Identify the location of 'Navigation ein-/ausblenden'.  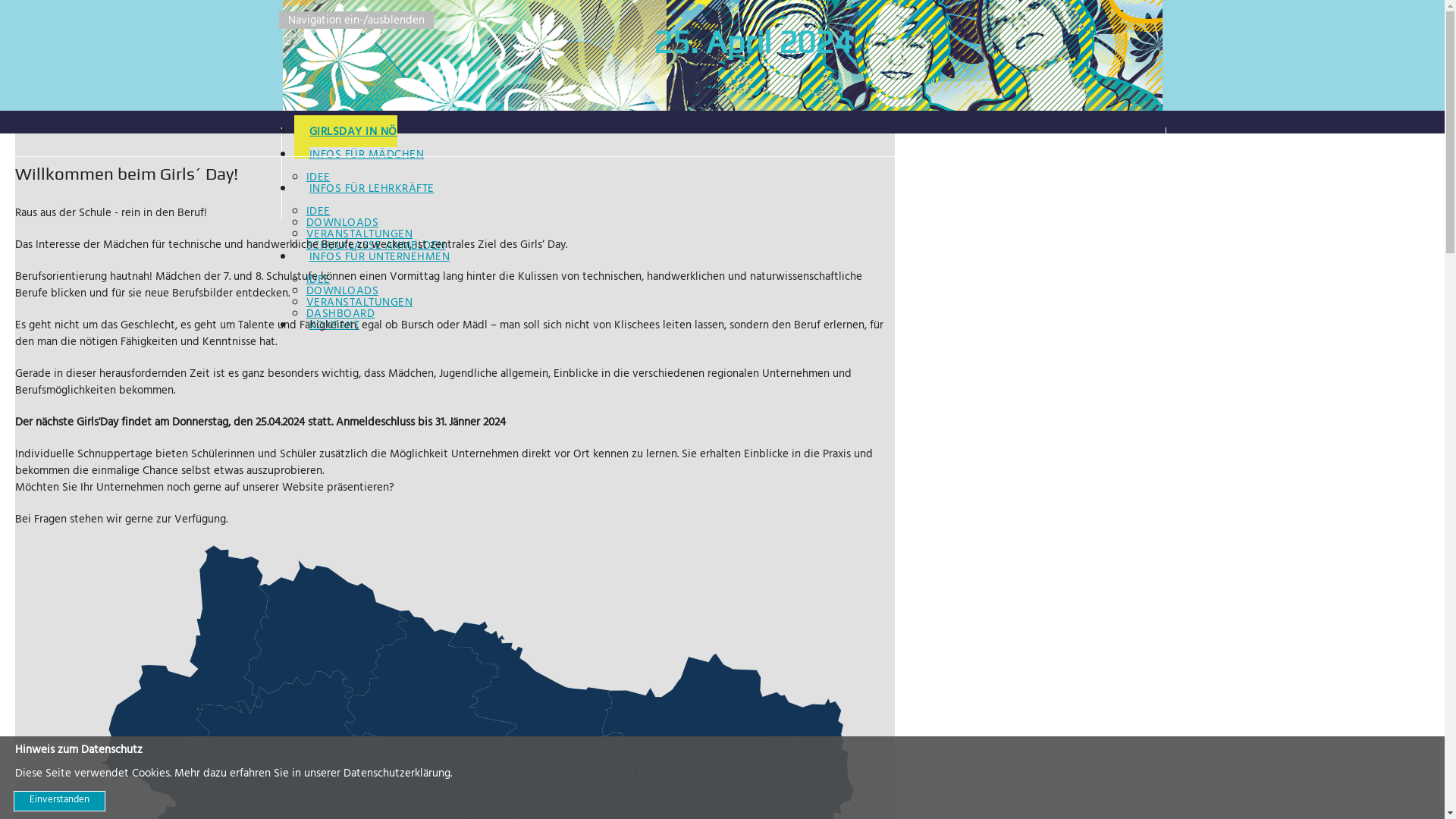
(356, 20).